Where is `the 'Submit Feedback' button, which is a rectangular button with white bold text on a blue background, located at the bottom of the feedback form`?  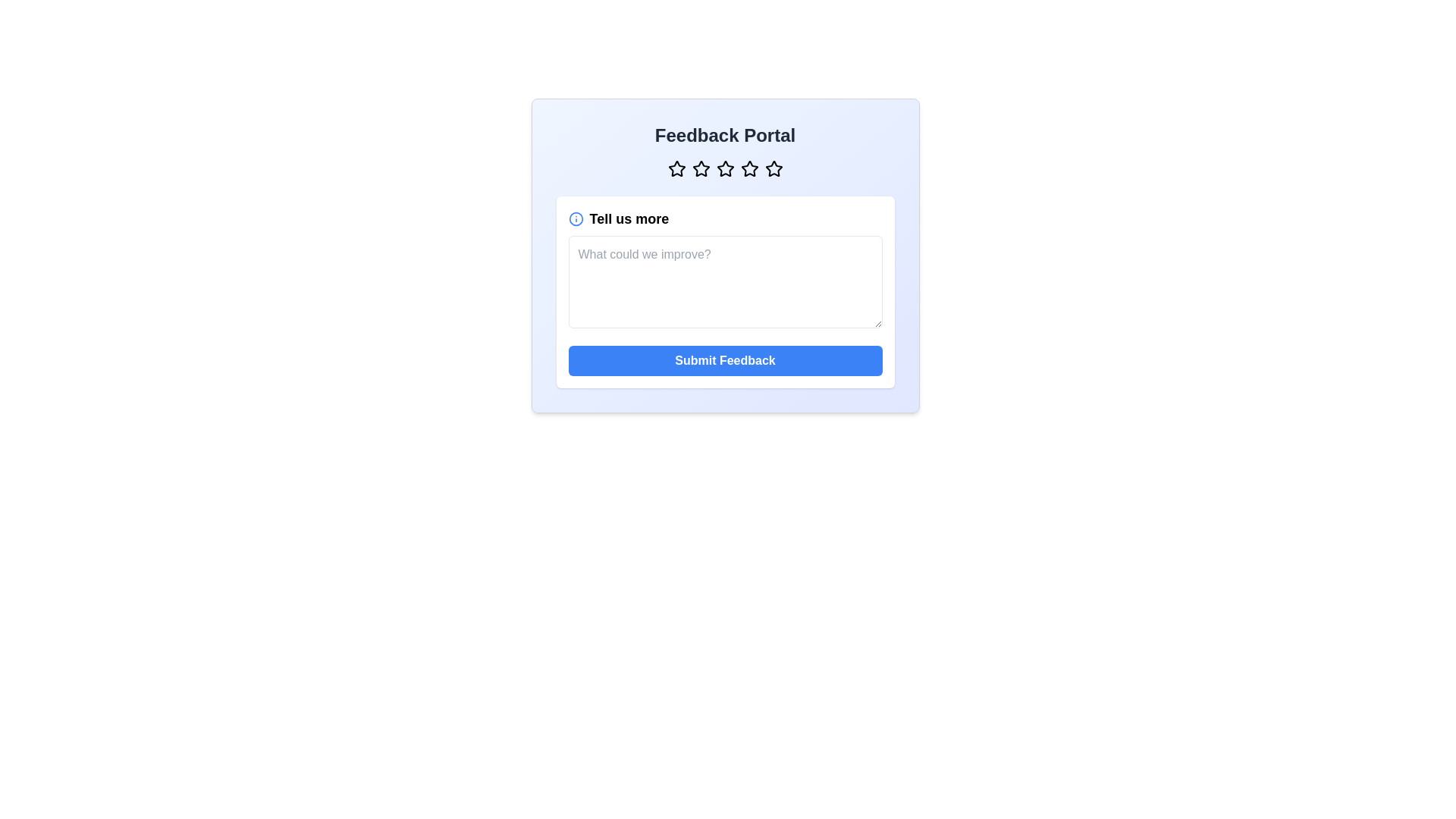 the 'Submit Feedback' button, which is a rectangular button with white bold text on a blue background, located at the bottom of the feedback form is located at coordinates (724, 360).